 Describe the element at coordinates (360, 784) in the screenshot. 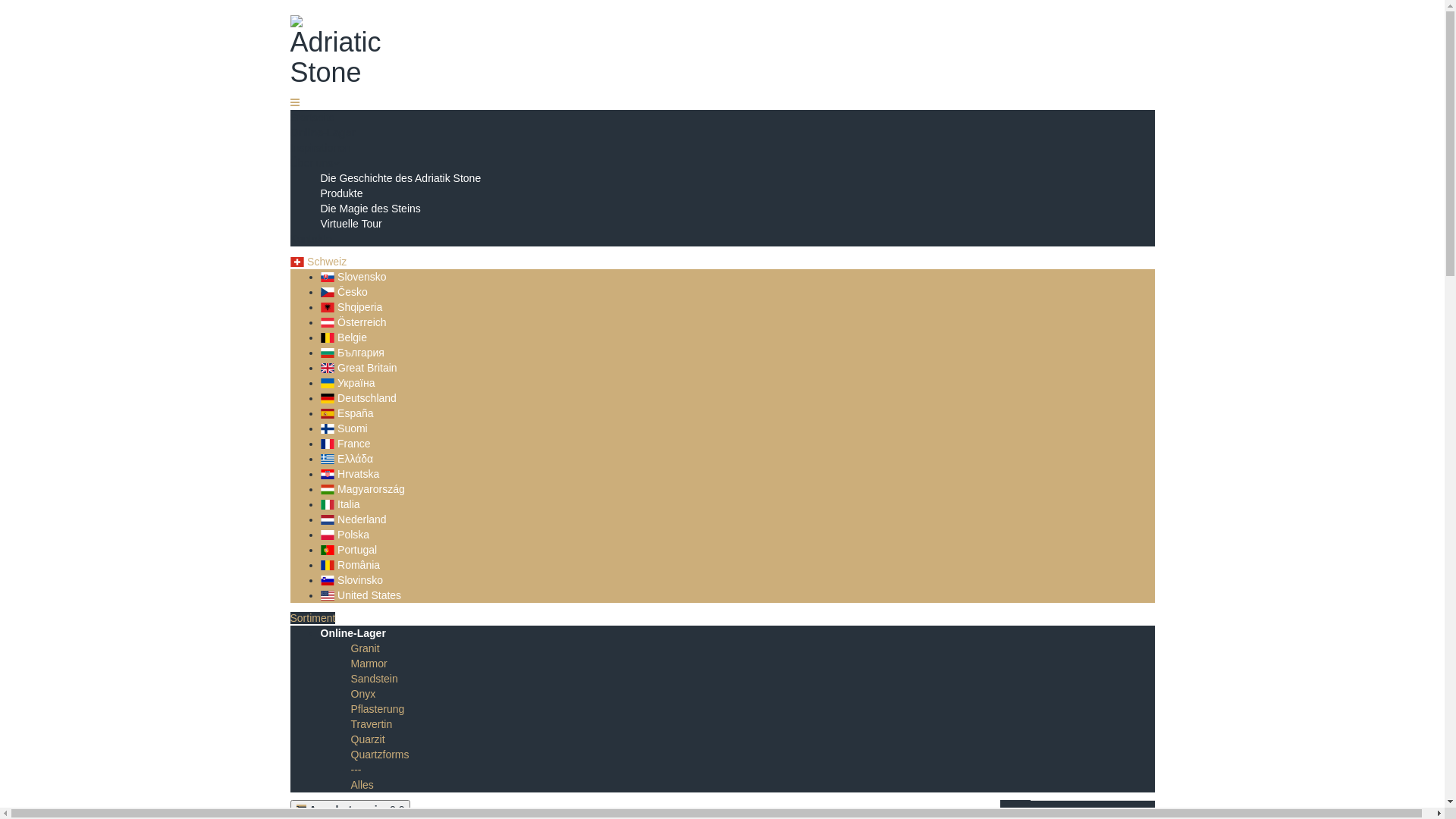

I see `'Alles'` at that location.